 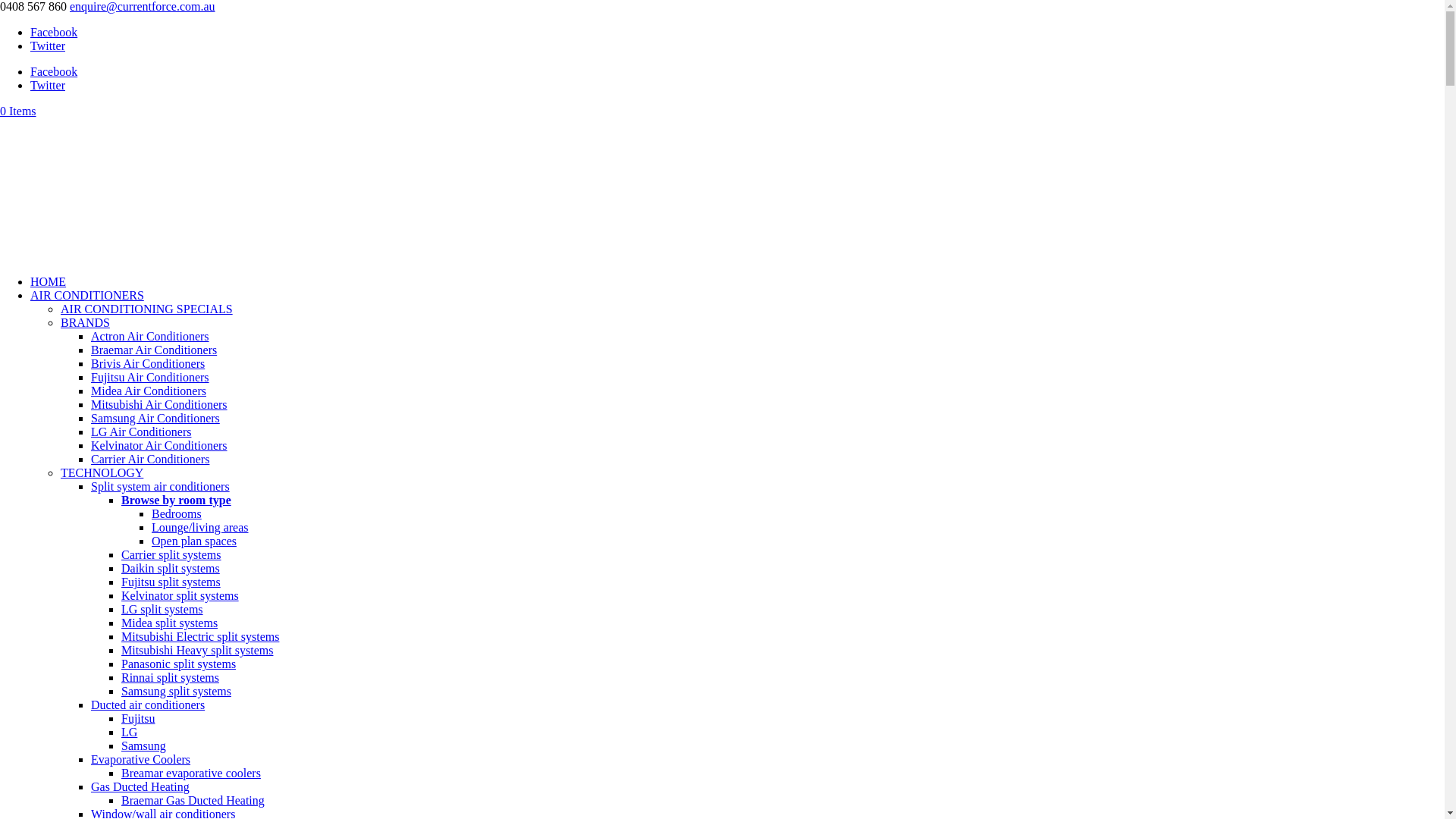 I want to click on 'TECHNOLOGY', so click(x=101, y=472).